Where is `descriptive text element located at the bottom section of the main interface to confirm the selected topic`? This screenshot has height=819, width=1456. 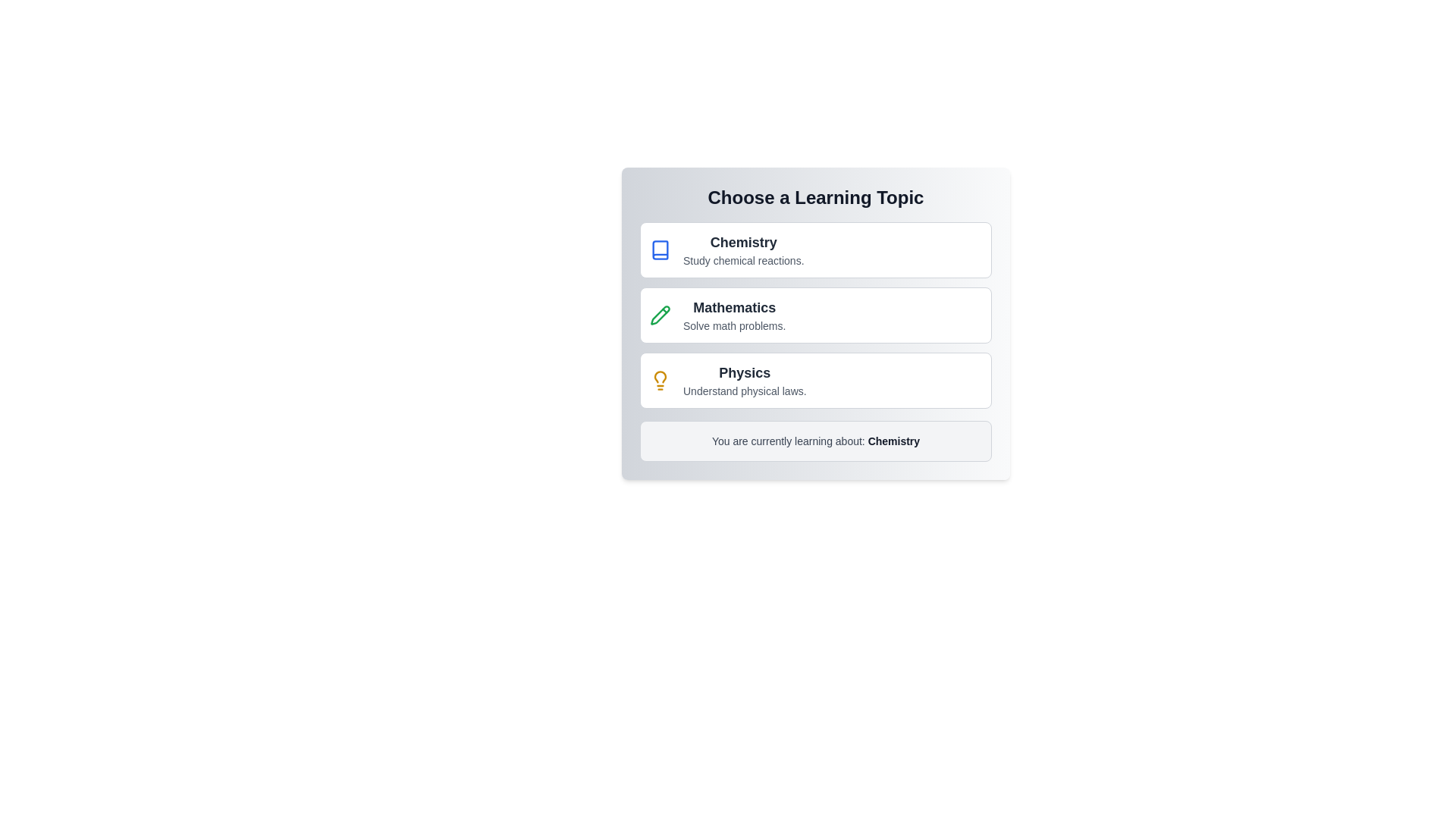 descriptive text element located at the bottom section of the main interface to confirm the selected topic is located at coordinates (814, 441).